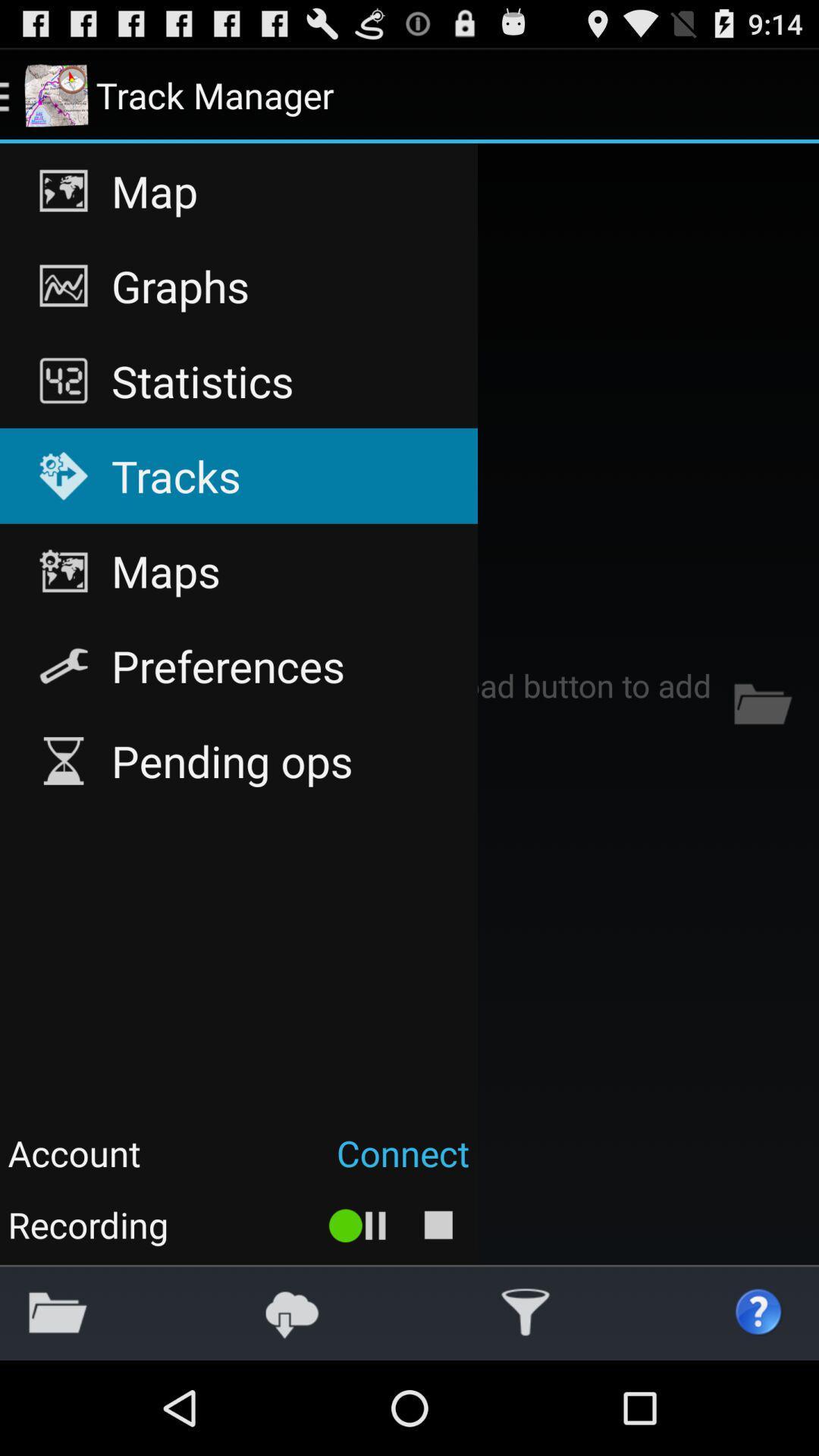  What do you see at coordinates (239, 570) in the screenshot?
I see `the maps icon` at bounding box center [239, 570].